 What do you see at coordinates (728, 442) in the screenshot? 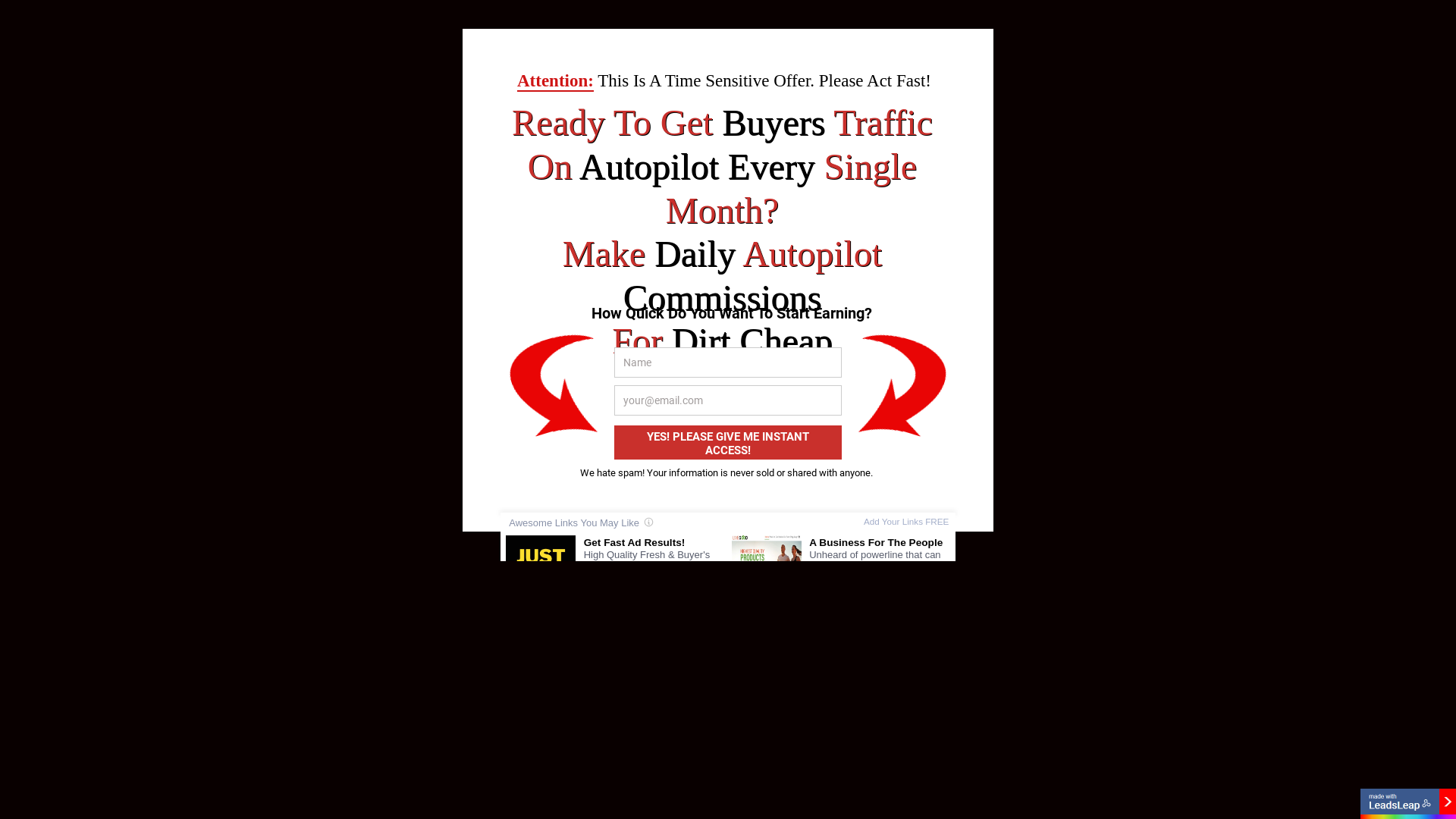
I see `'YES! PLEASE GIVE ME INSTANT` at bounding box center [728, 442].